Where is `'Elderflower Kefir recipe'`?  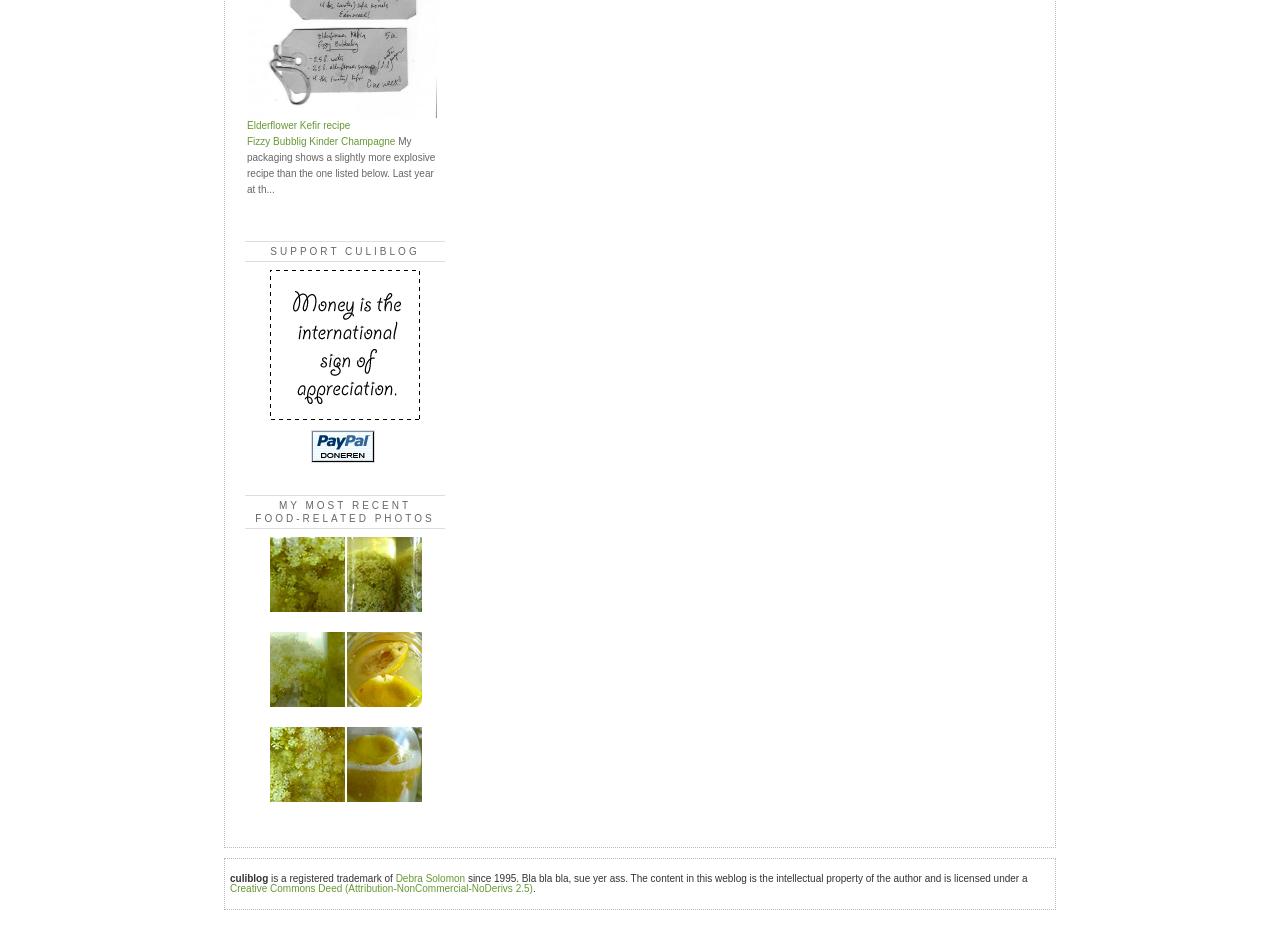 'Elderflower Kefir recipe' is located at coordinates (246, 124).